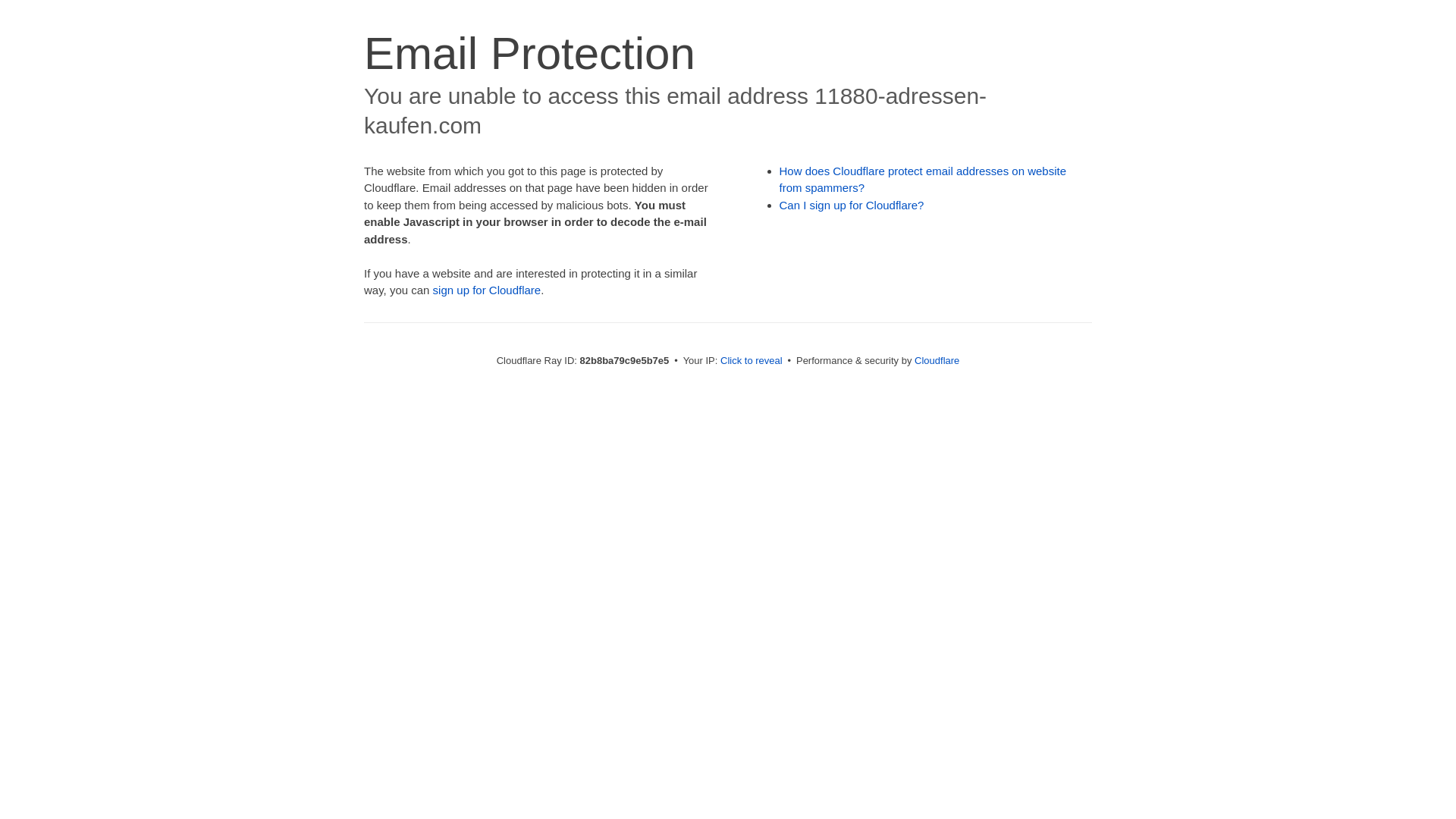 This screenshot has height=819, width=1456. Describe the element at coordinates (751, 360) in the screenshot. I see `'Click to reveal'` at that location.